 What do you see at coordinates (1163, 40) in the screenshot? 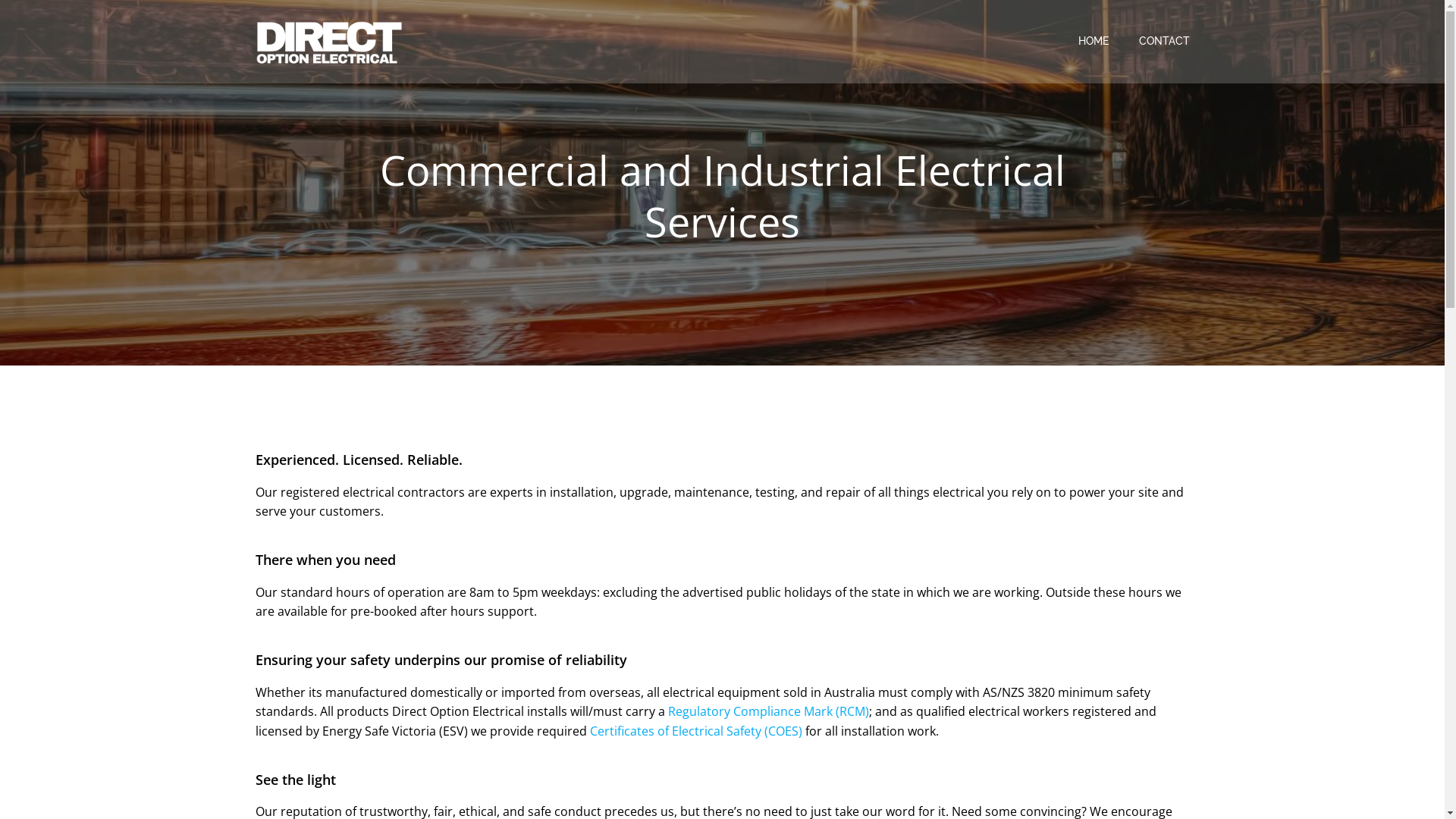
I see `'CONTACT'` at bounding box center [1163, 40].